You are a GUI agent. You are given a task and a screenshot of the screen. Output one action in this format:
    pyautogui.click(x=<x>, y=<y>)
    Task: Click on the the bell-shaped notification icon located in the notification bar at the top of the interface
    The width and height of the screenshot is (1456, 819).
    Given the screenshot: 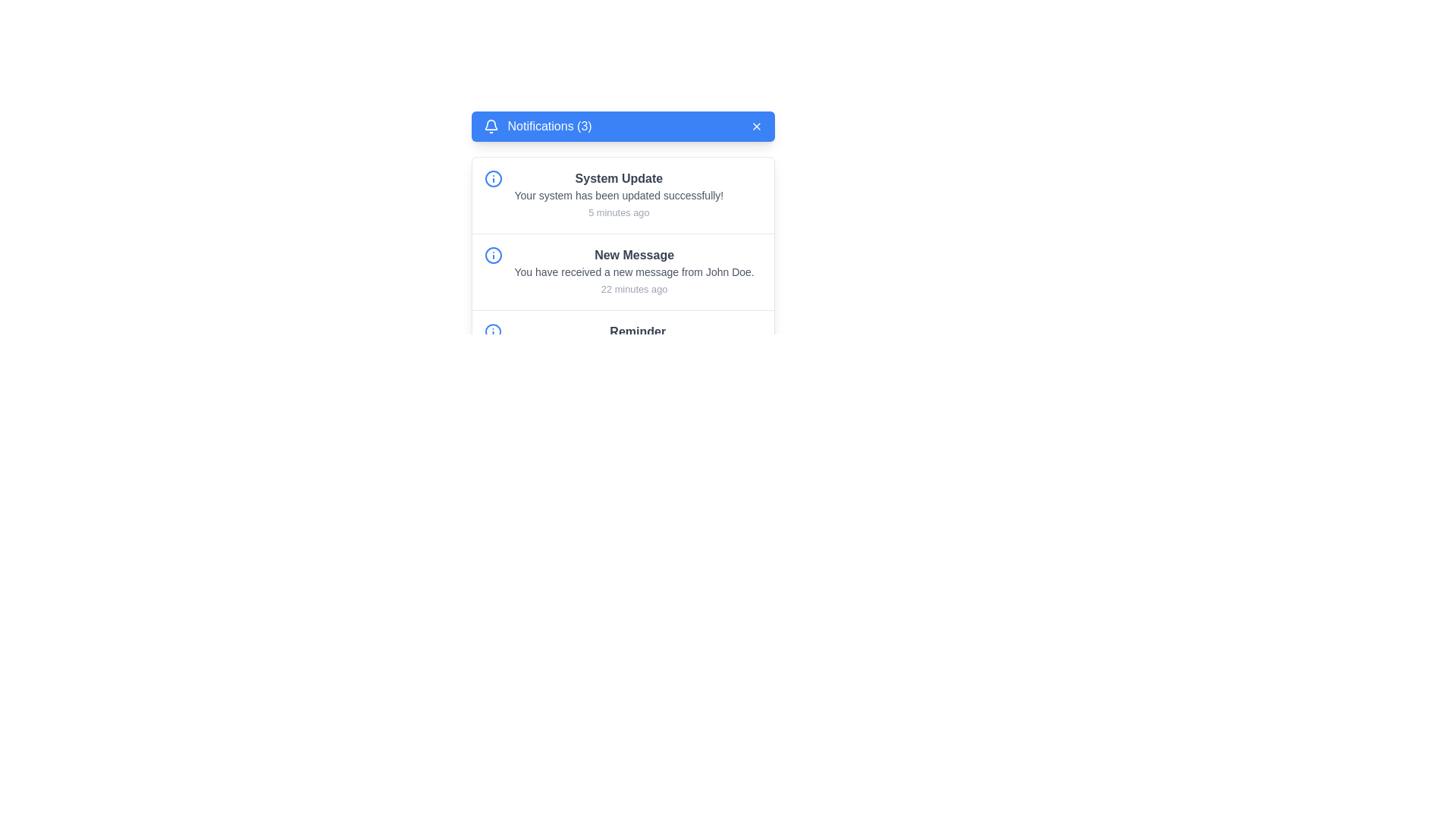 What is the action you would take?
    pyautogui.click(x=491, y=124)
    